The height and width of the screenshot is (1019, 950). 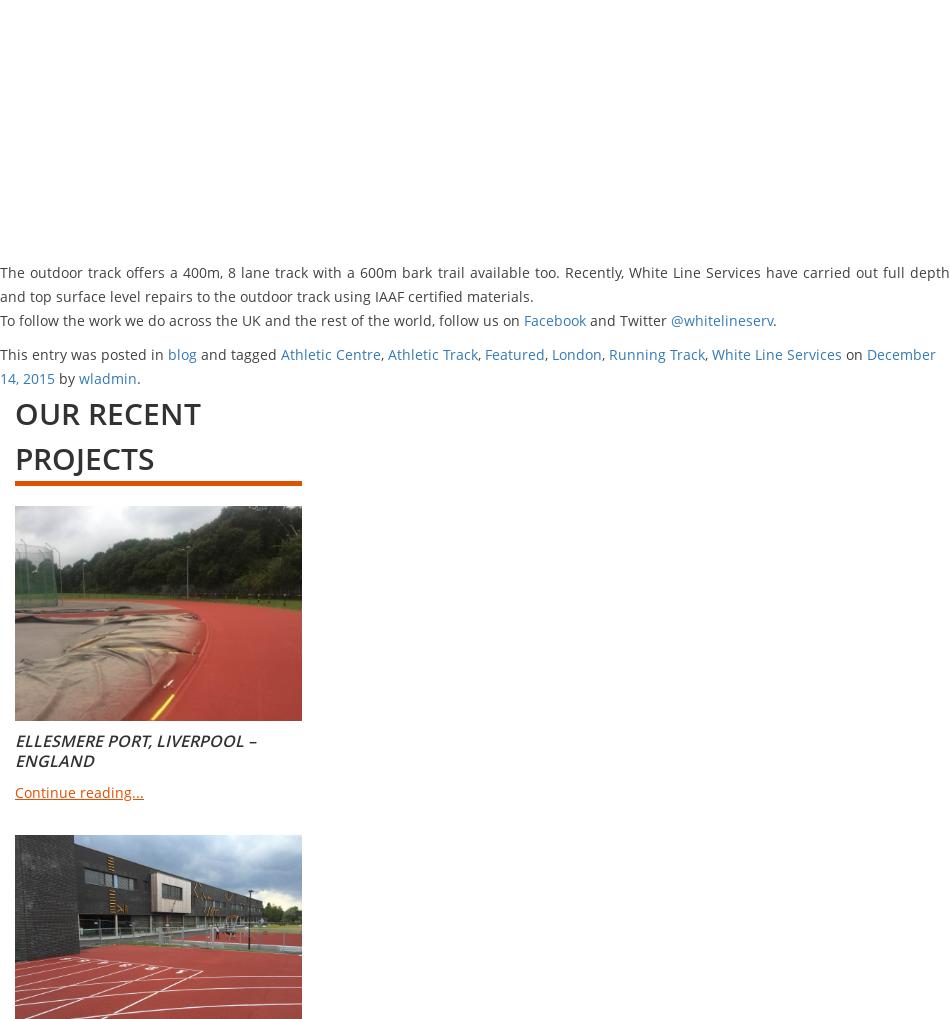 I want to click on 'and tagged', so click(x=197, y=354).